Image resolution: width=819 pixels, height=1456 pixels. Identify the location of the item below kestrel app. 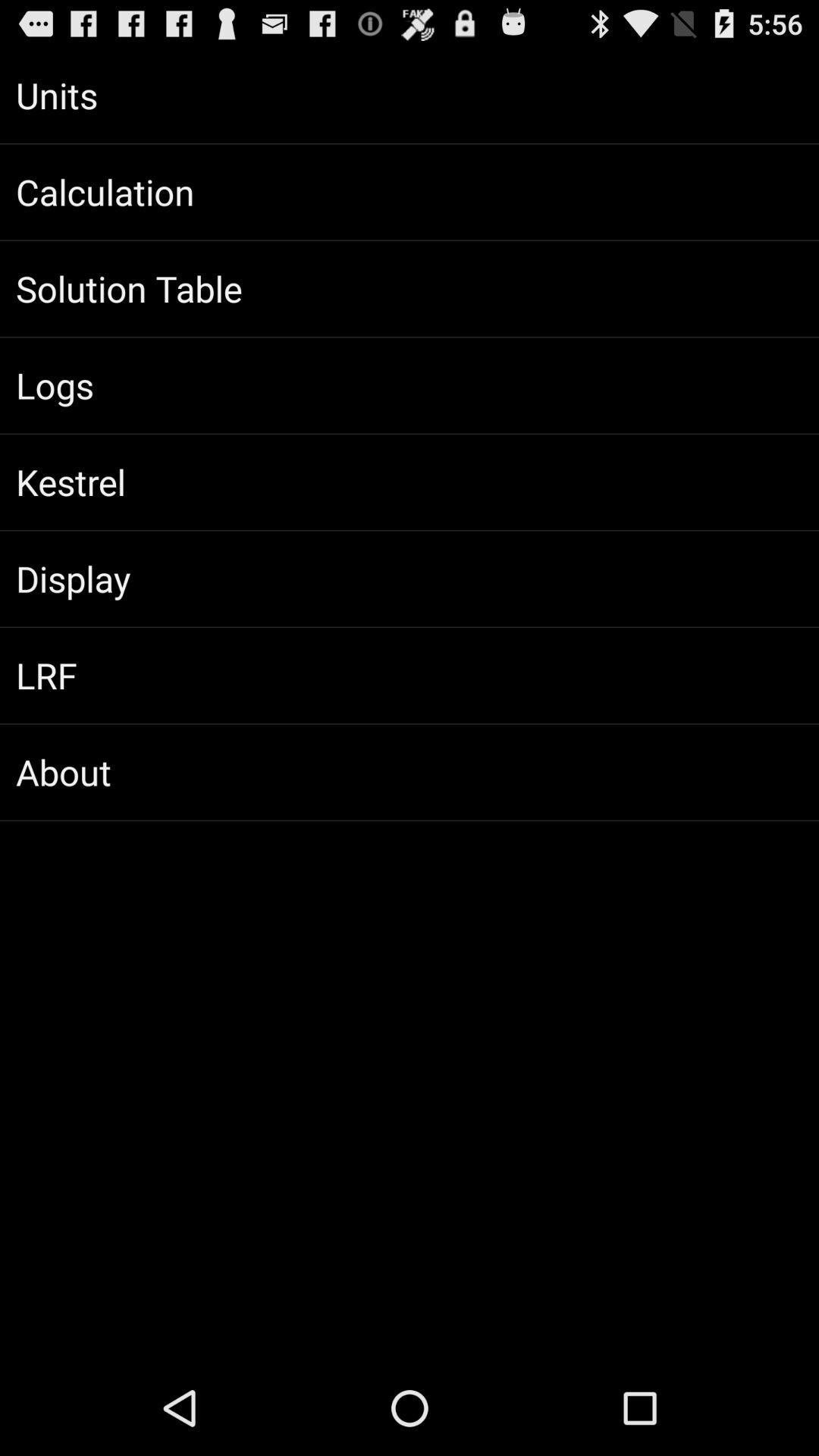
(409, 578).